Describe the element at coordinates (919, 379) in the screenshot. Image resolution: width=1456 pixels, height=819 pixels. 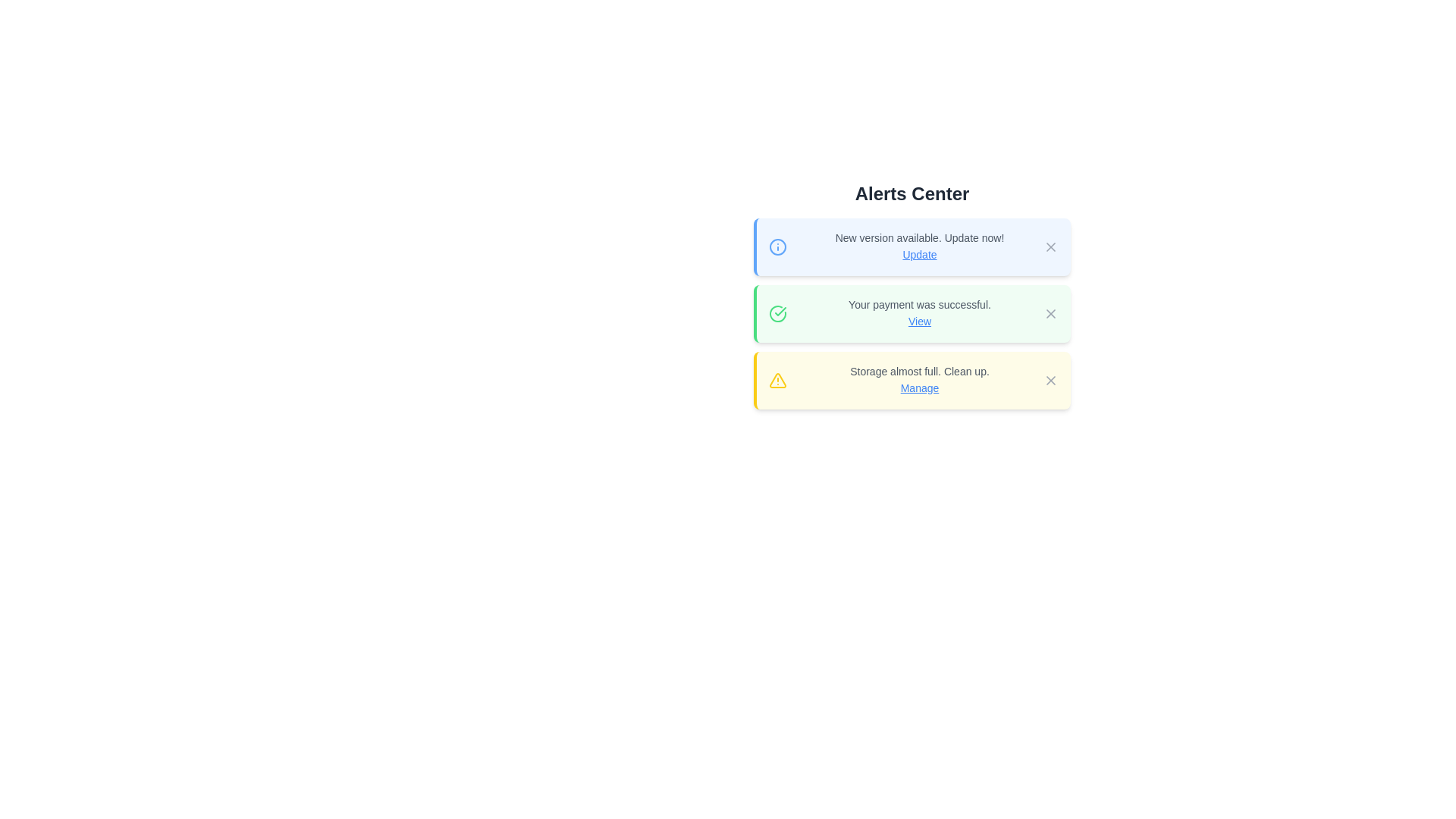
I see `informational text from the Notification text block with a hyperlink located in the yellow-bordered notification box in the 'Alerts Center' section, which informs about storage nearing its full capacity` at that location.